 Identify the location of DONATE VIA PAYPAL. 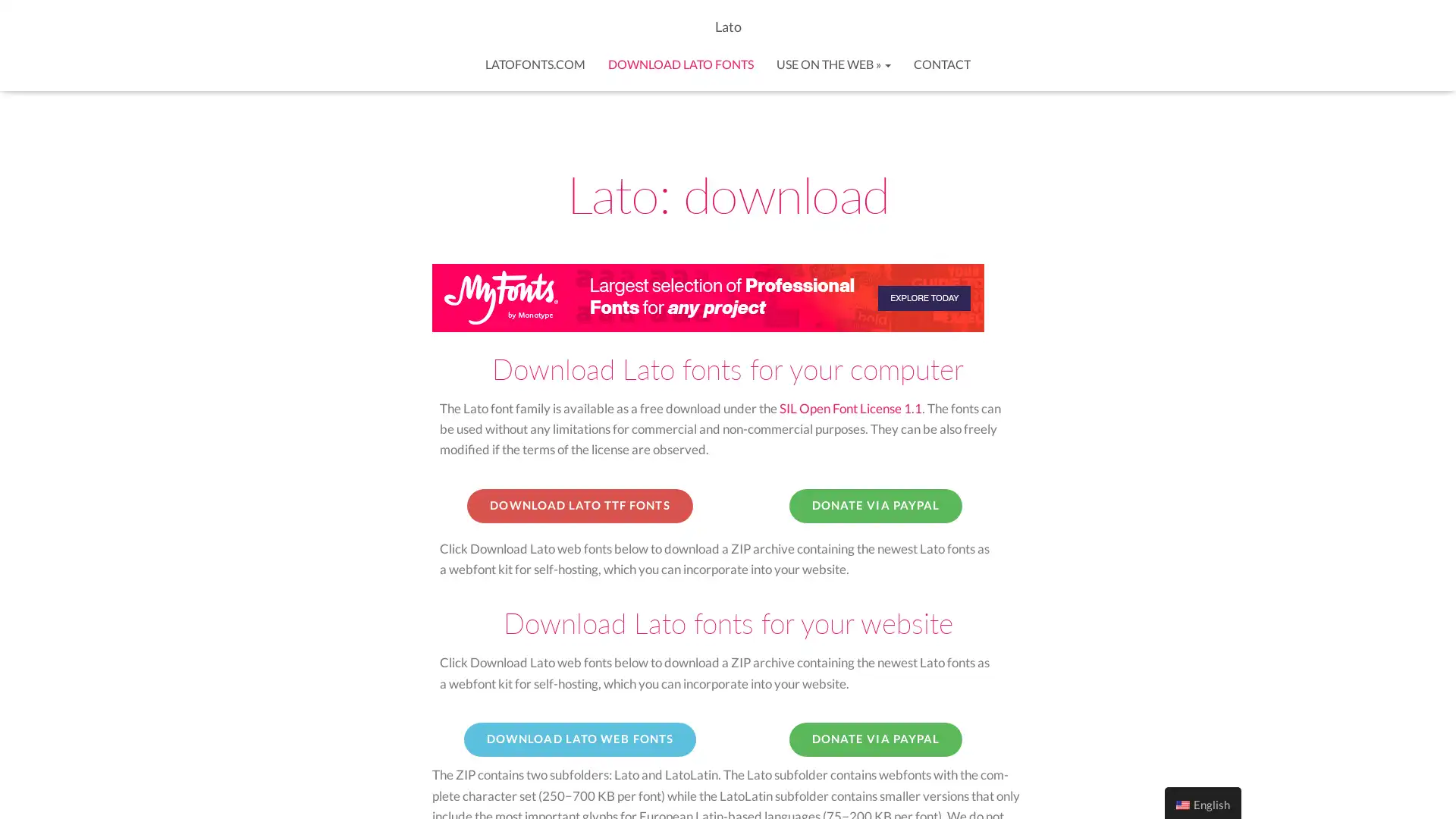
(875, 739).